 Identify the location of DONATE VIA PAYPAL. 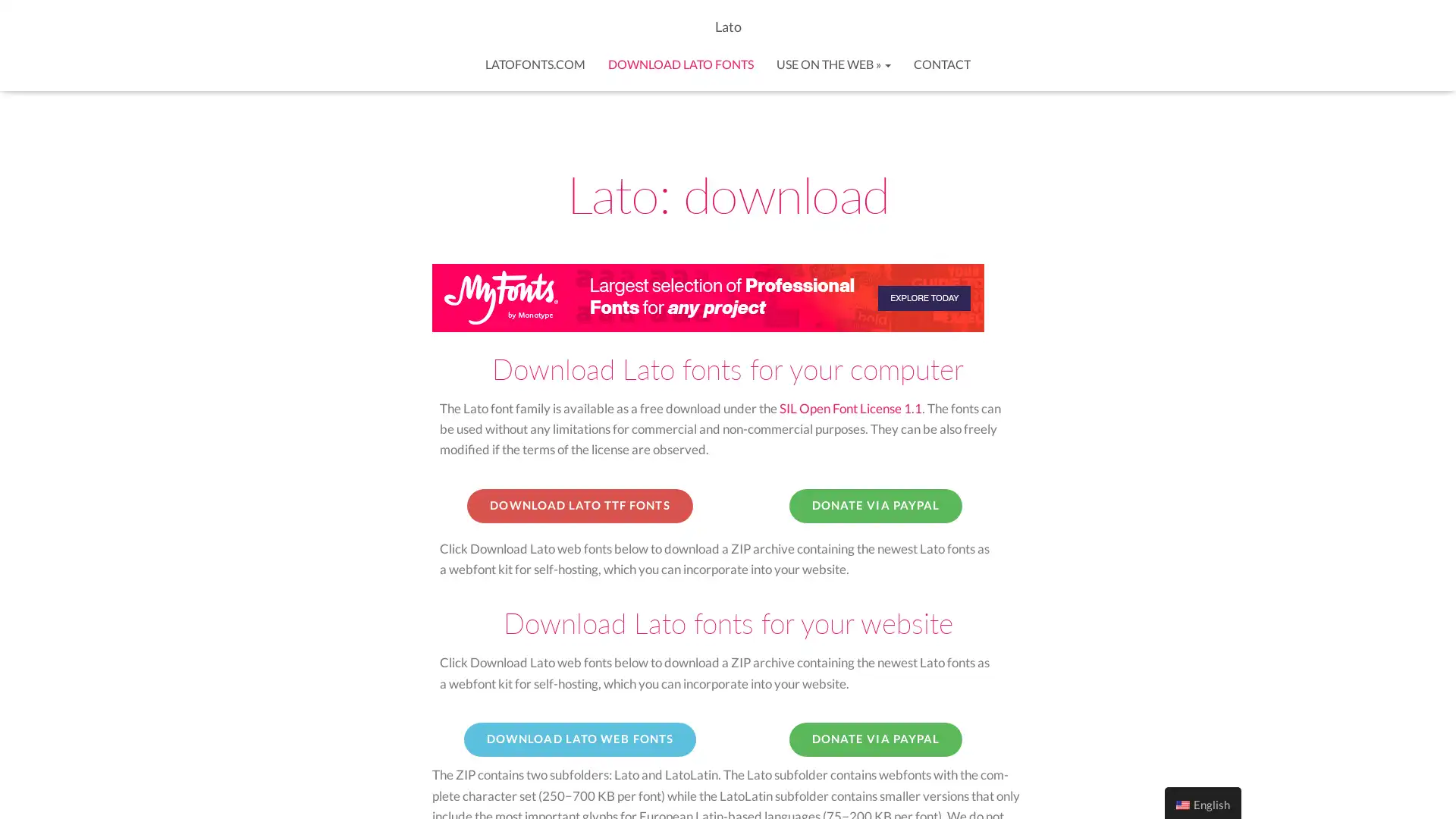
(875, 739).